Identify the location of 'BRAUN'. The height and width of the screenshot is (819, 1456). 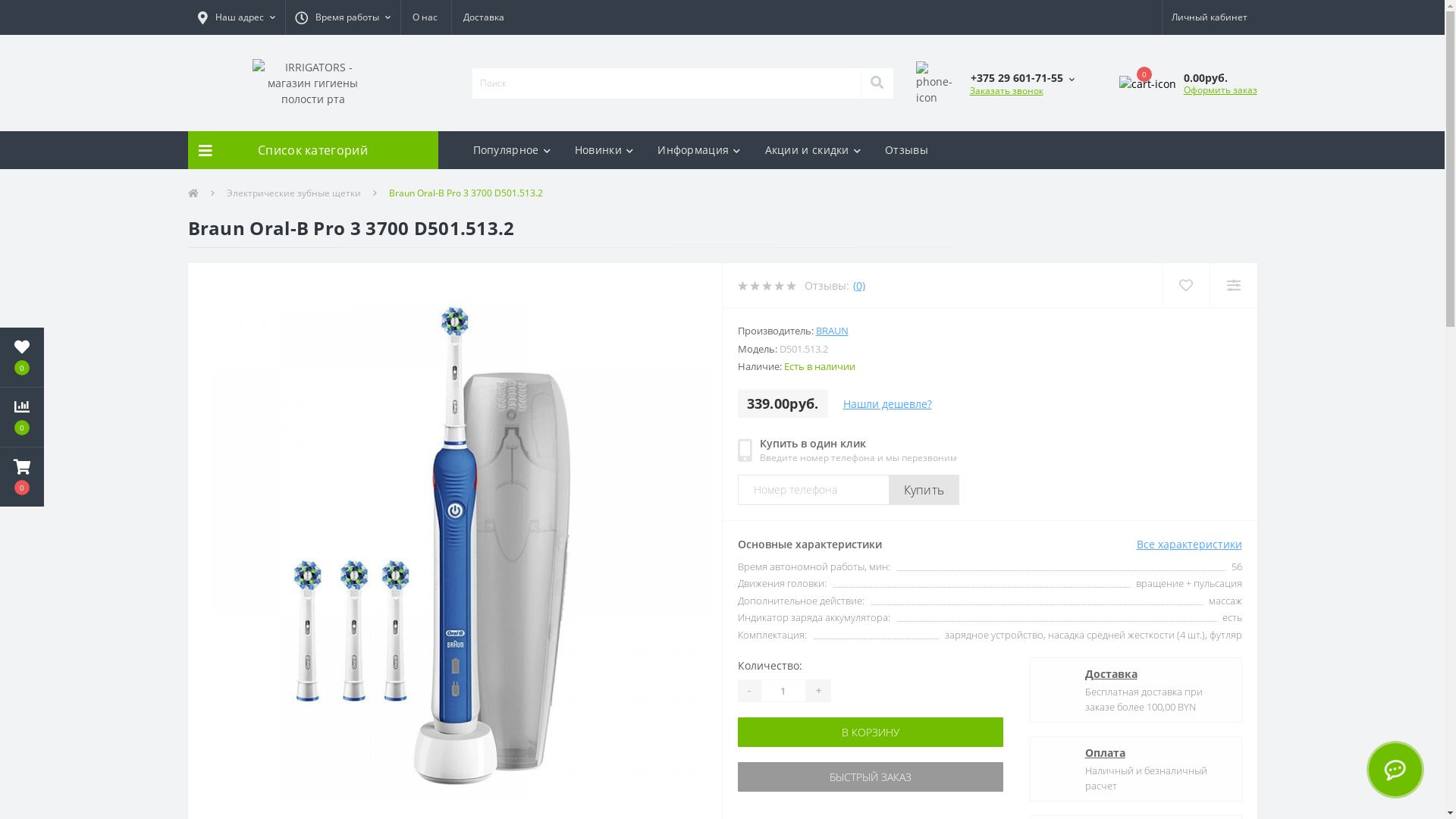
(831, 329).